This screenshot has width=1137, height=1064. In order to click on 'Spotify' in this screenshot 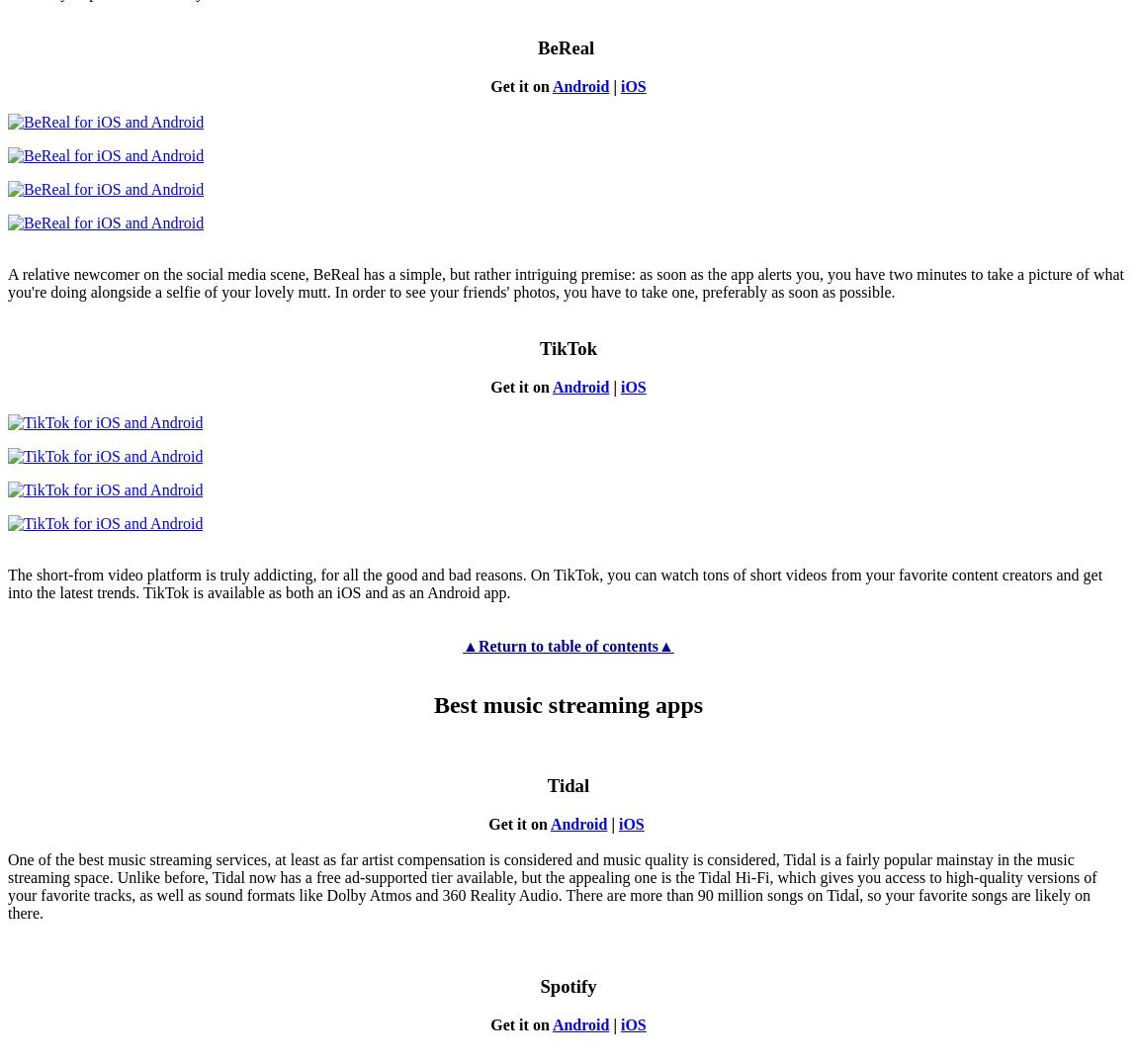, I will do `click(568, 985)`.